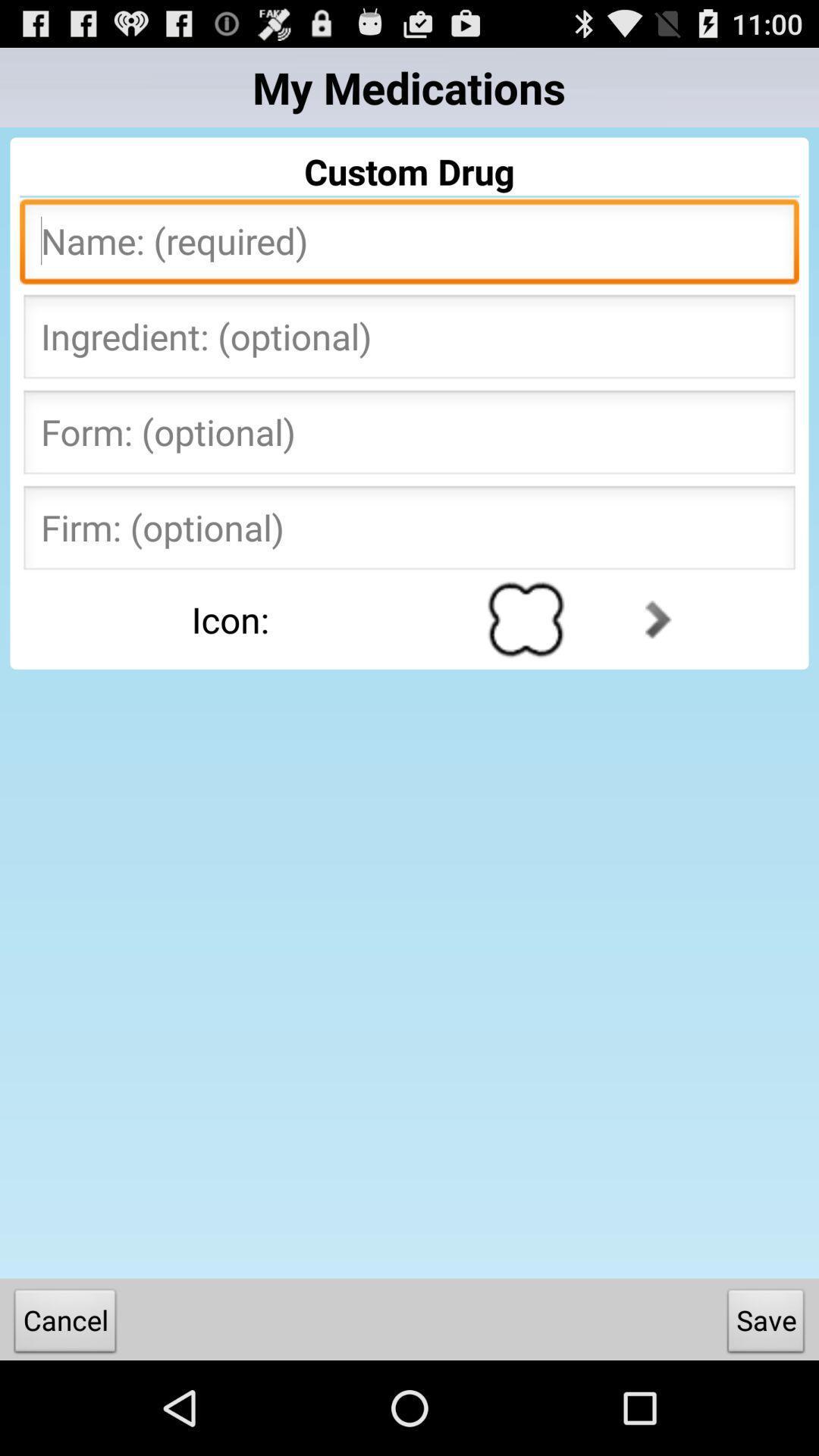 Image resolution: width=819 pixels, height=1456 pixels. Describe the element at coordinates (64, 1323) in the screenshot. I see `the cancel` at that location.